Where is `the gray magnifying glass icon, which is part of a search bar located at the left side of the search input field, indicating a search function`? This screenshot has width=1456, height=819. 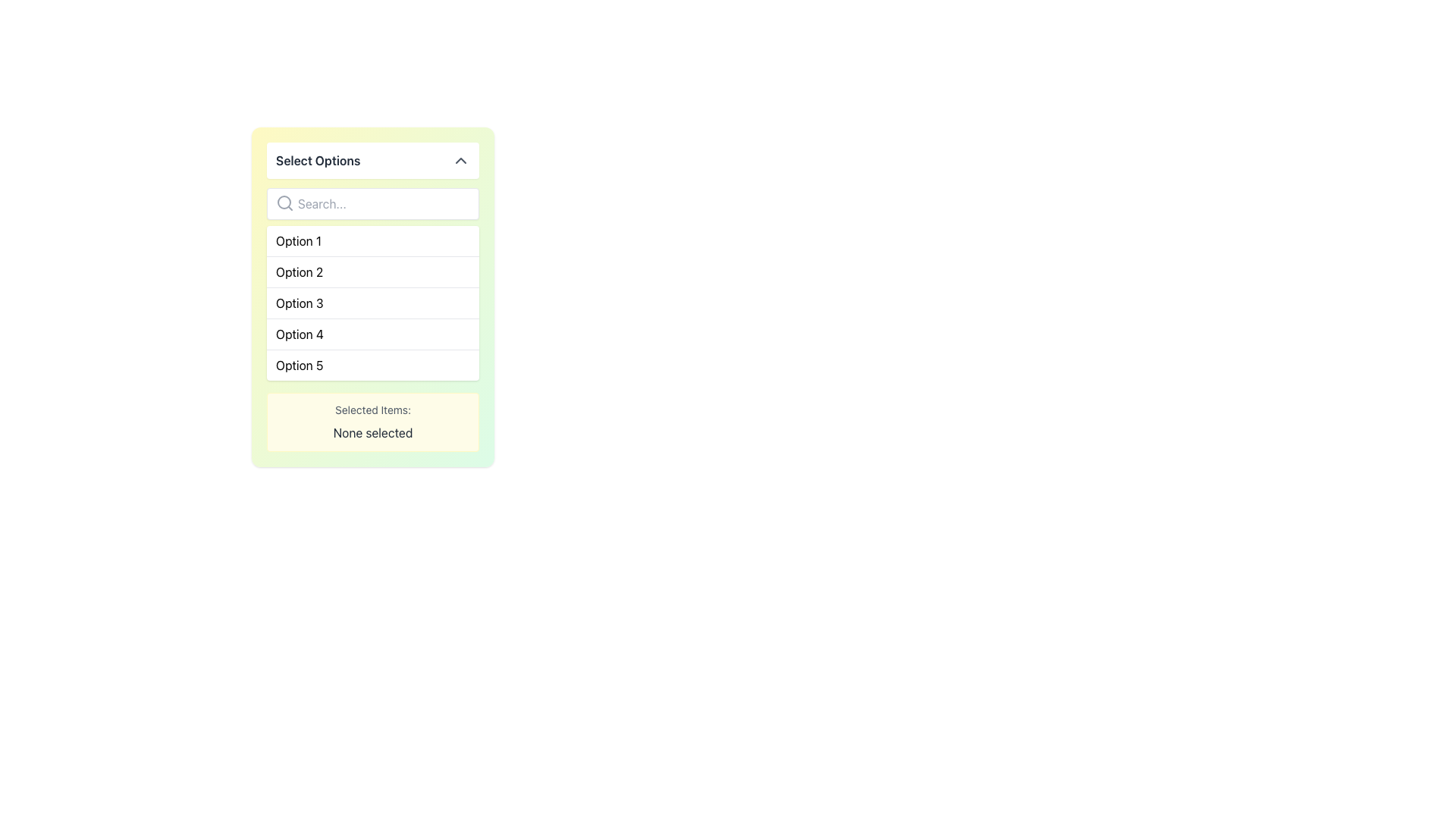
the gray magnifying glass icon, which is part of a search bar located at the left side of the search input field, indicating a search function is located at coordinates (284, 202).